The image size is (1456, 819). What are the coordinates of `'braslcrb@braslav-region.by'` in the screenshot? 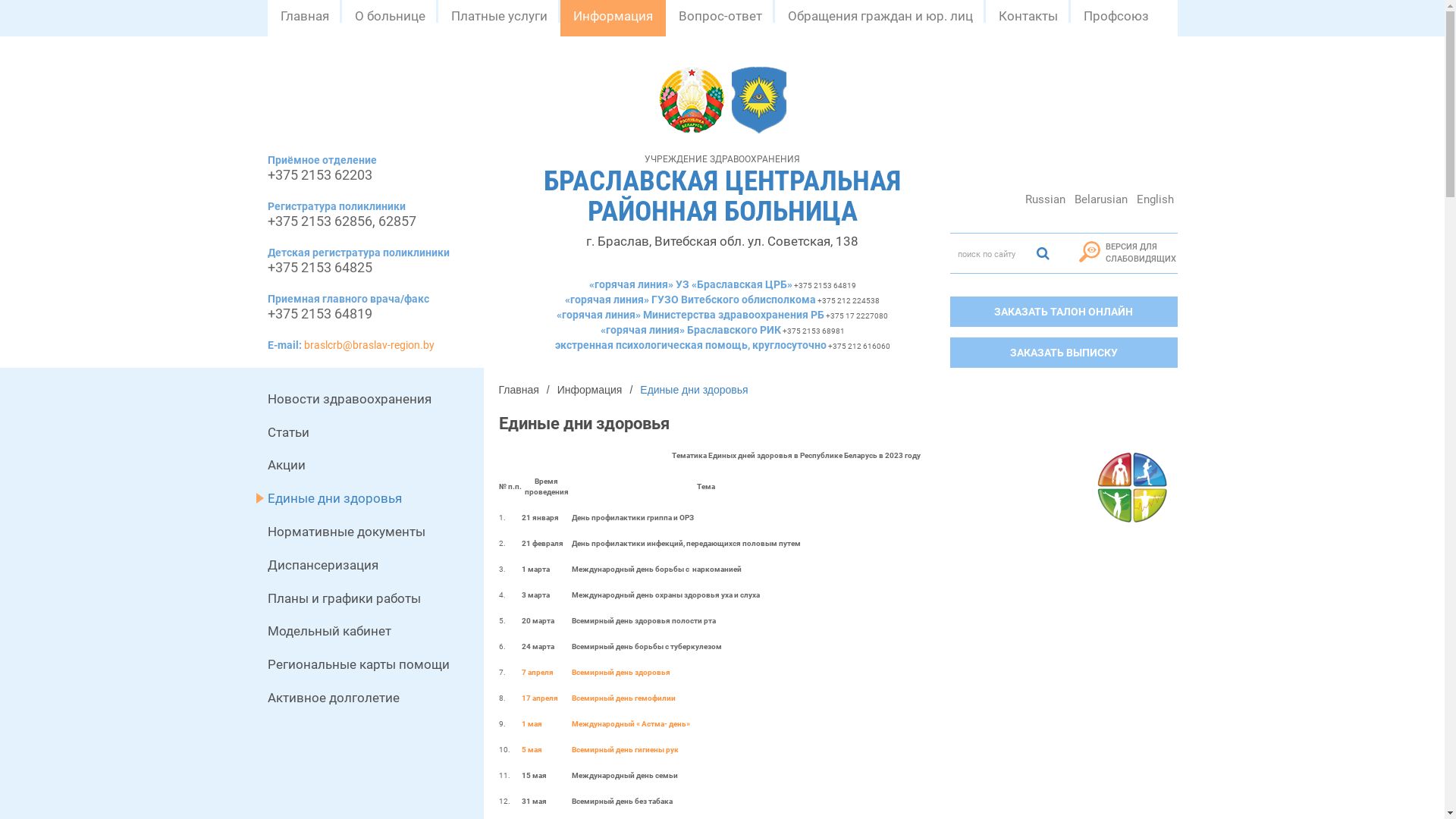 It's located at (368, 345).